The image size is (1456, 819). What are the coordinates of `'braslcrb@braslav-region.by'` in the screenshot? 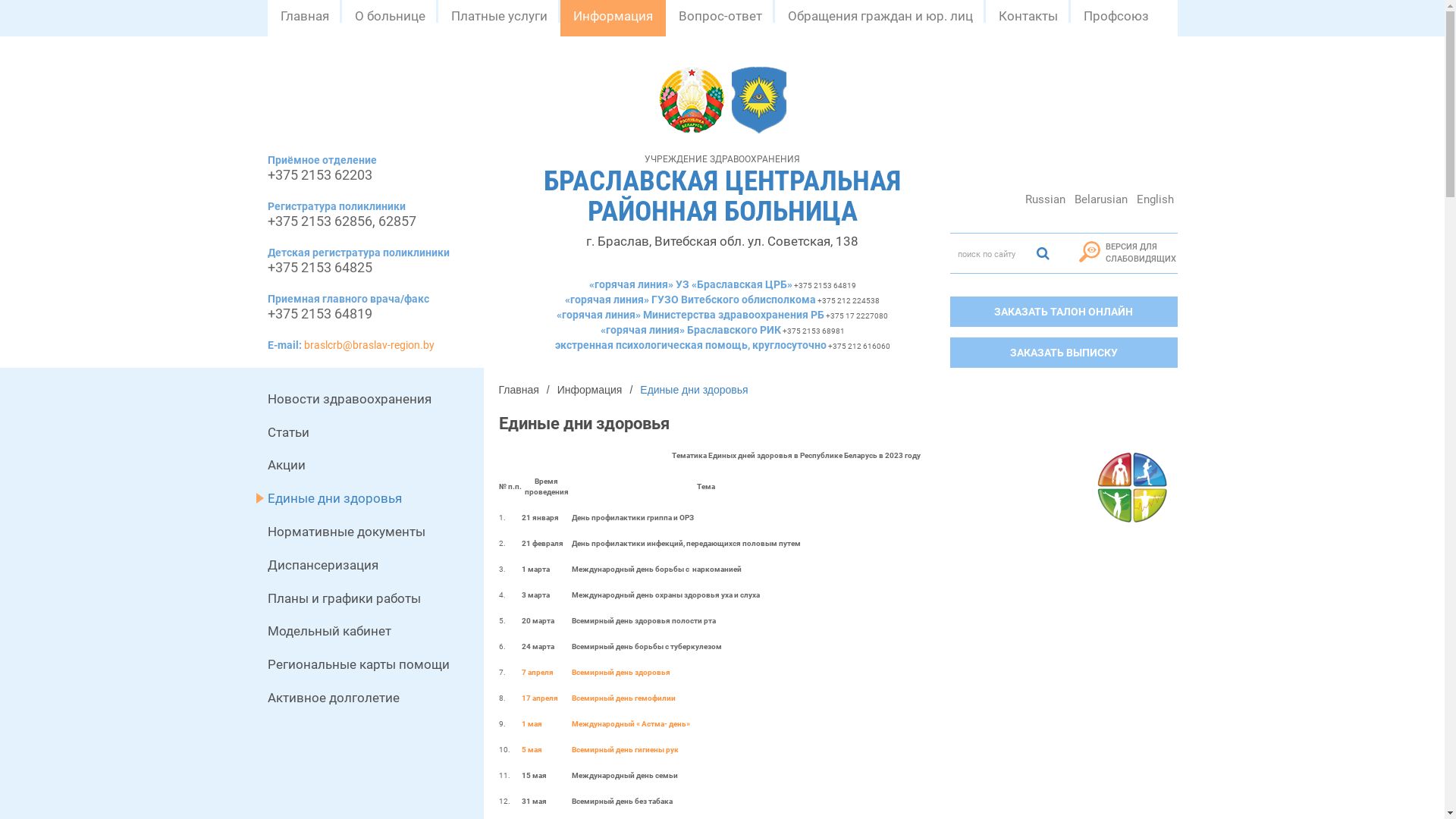 It's located at (368, 345).